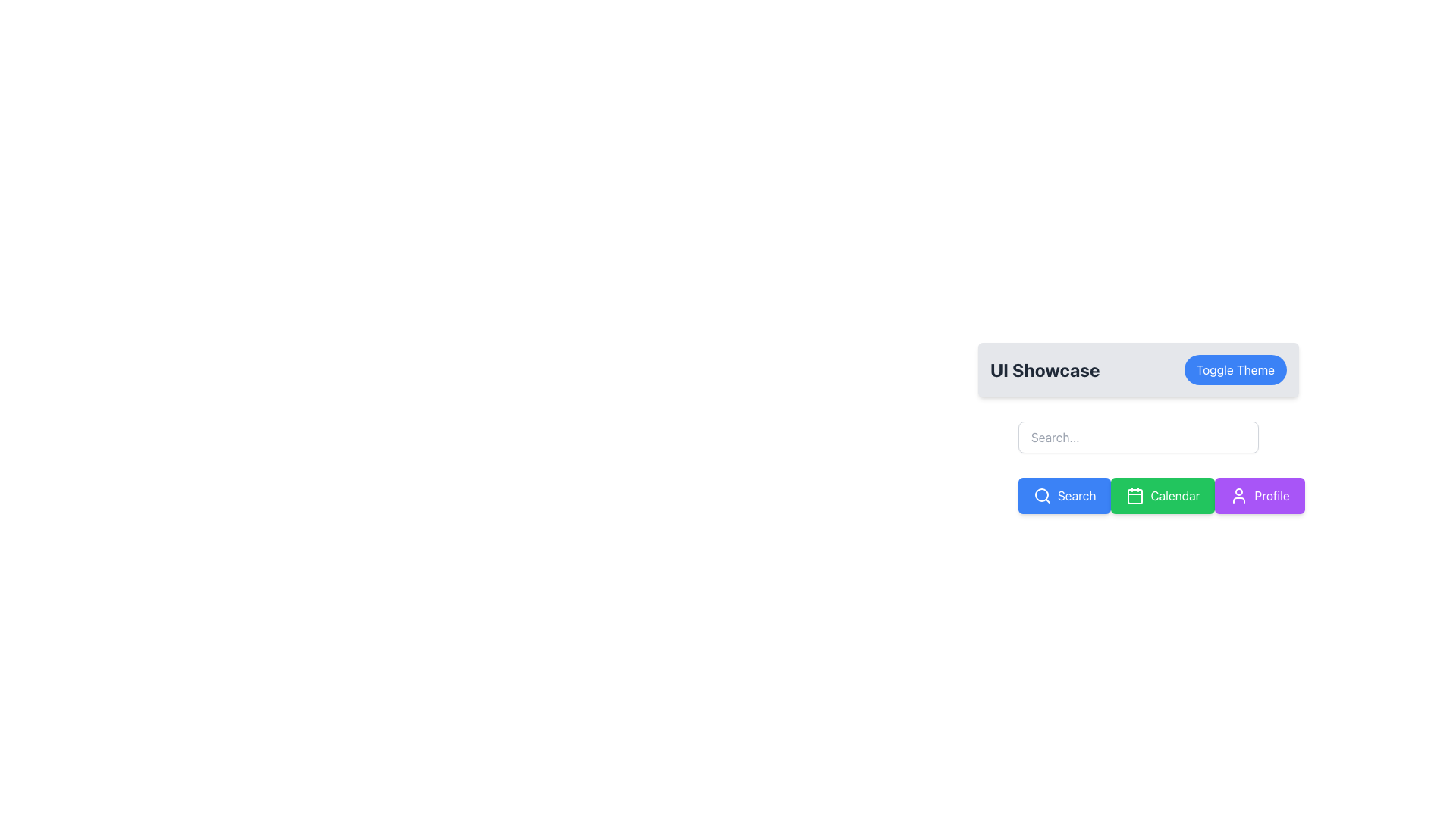  Describe the element at coordinates (1272, 496) in the screenshot. I see `the text label indicating the 'Profile' button's function, which is positioned centrally within the purple button frame in the bottom right corner of the interface` at that location.